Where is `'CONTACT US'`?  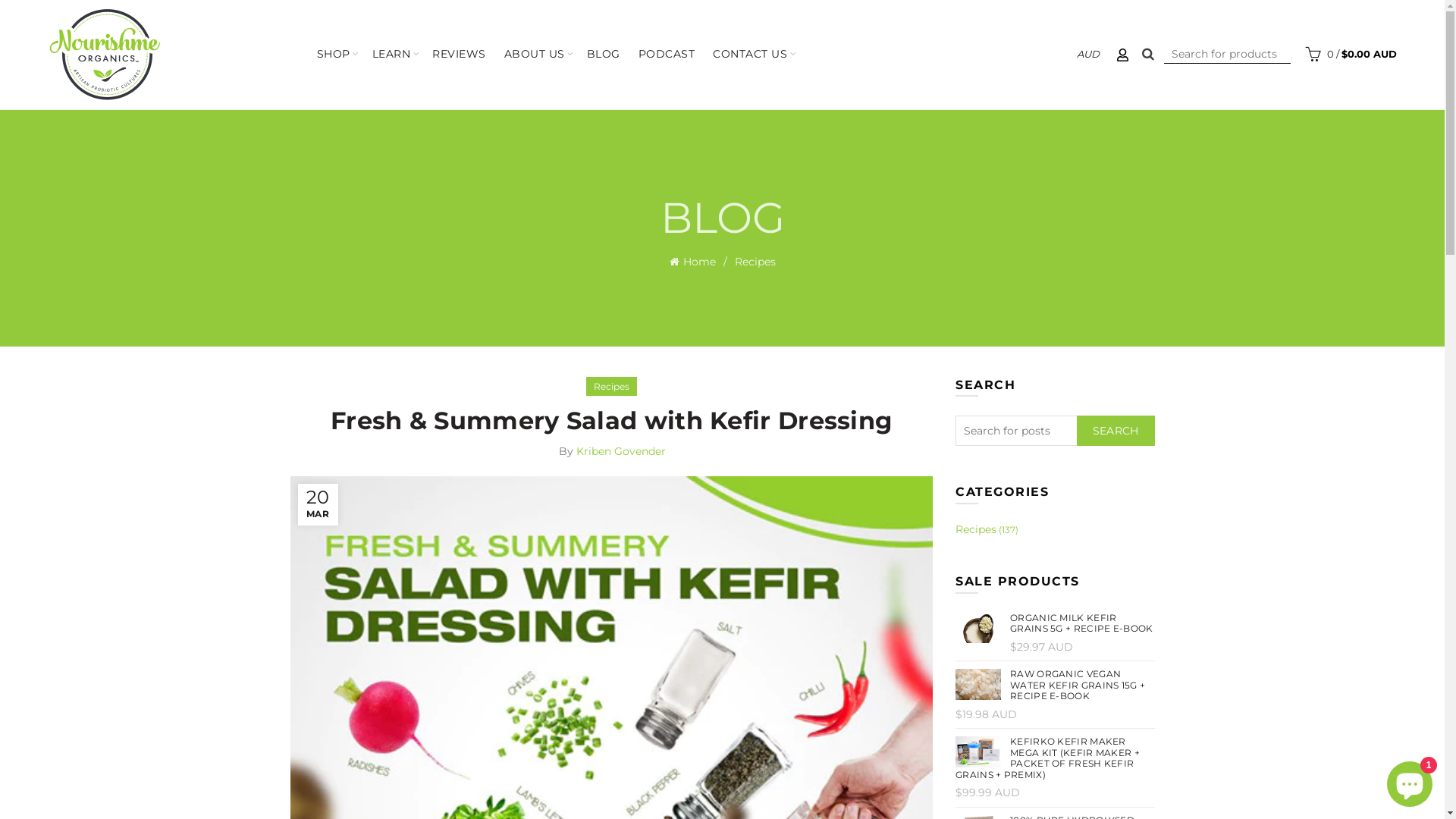 'CONTACT US' is located at coordinates (749, 53).